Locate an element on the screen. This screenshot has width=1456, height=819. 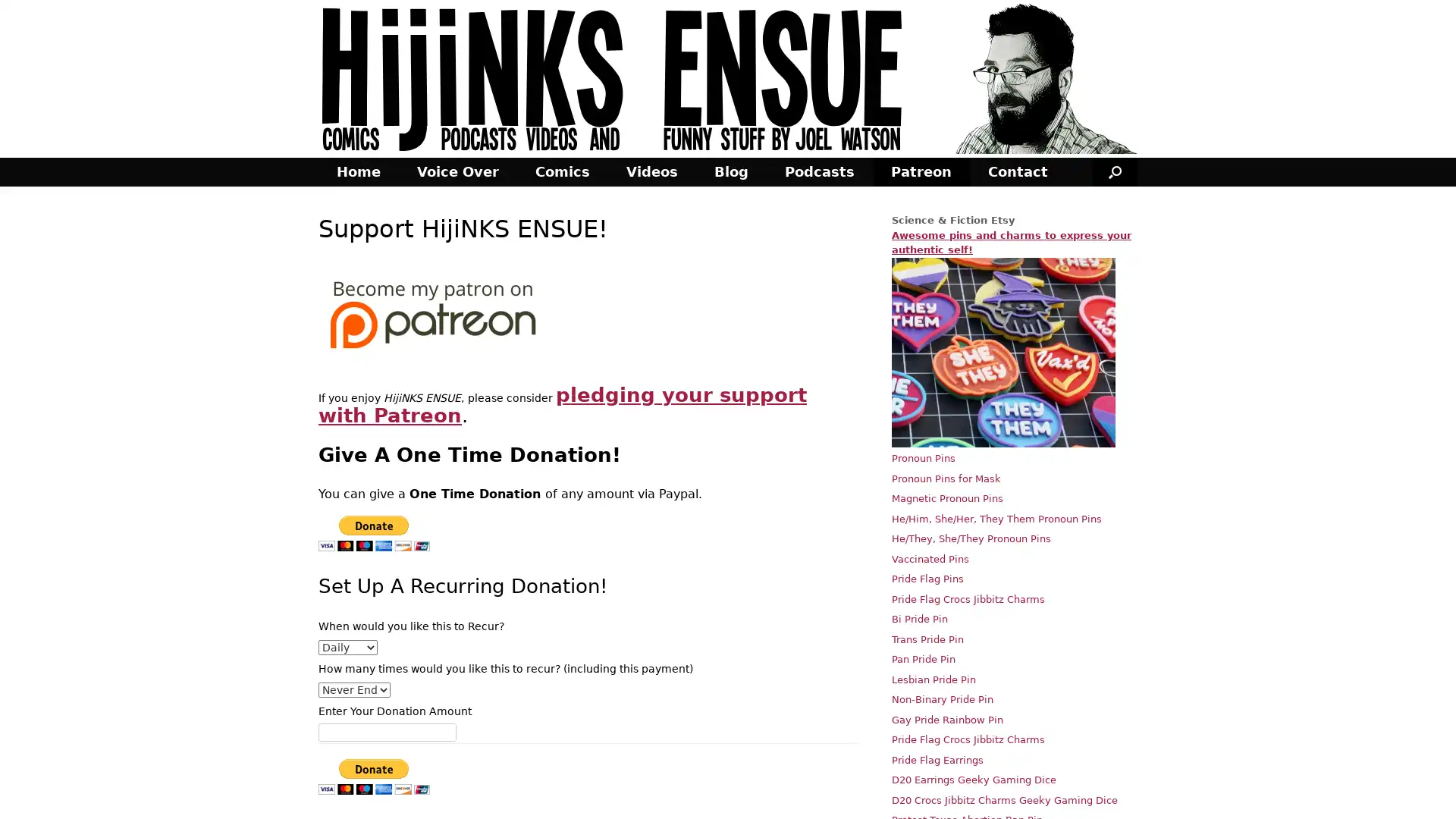
PayPal - The safer, easier way to pay online! is located at coordinates (374, 532).